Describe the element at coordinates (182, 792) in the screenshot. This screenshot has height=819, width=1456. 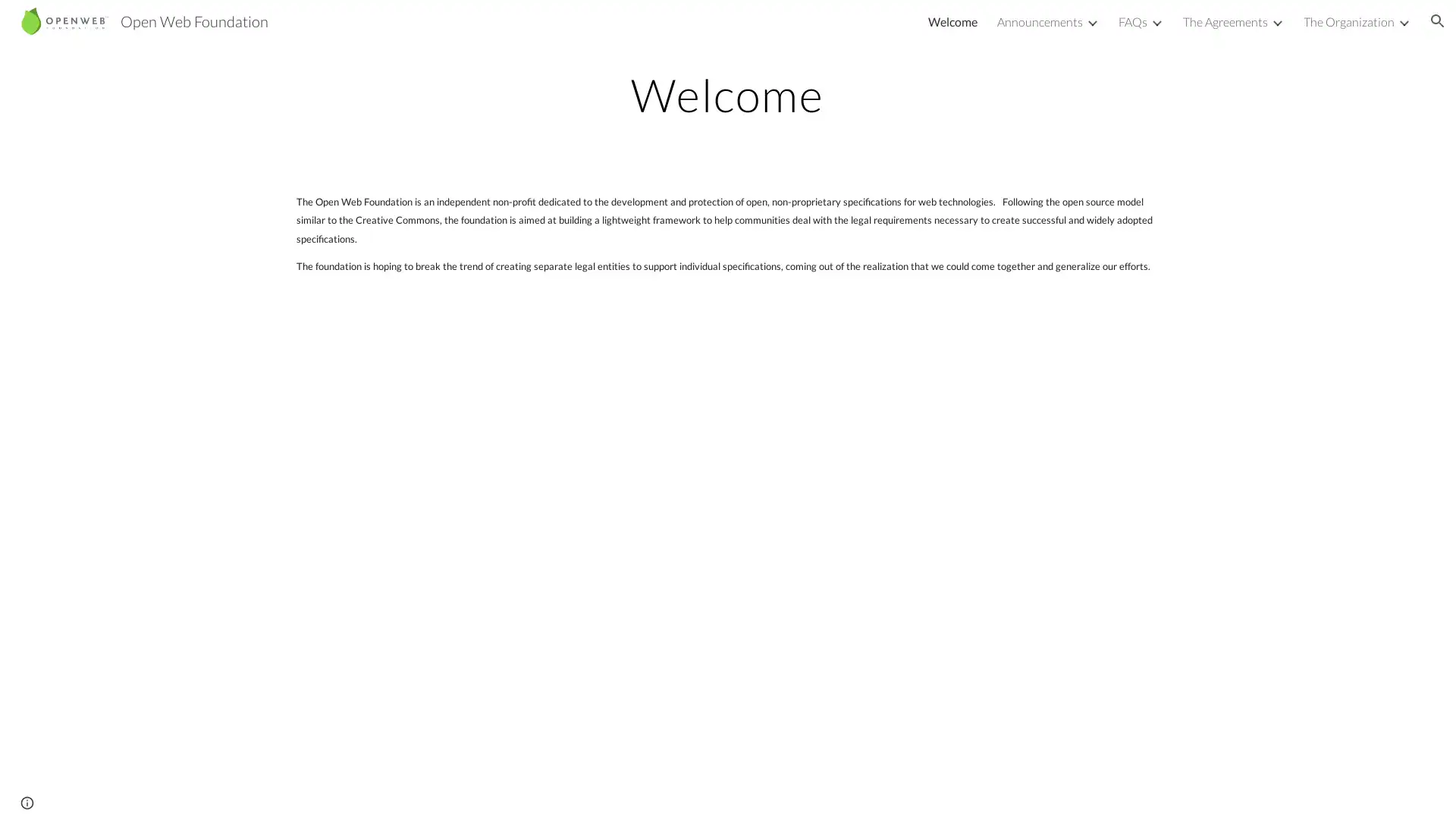
I see `Report abuse` at that location.